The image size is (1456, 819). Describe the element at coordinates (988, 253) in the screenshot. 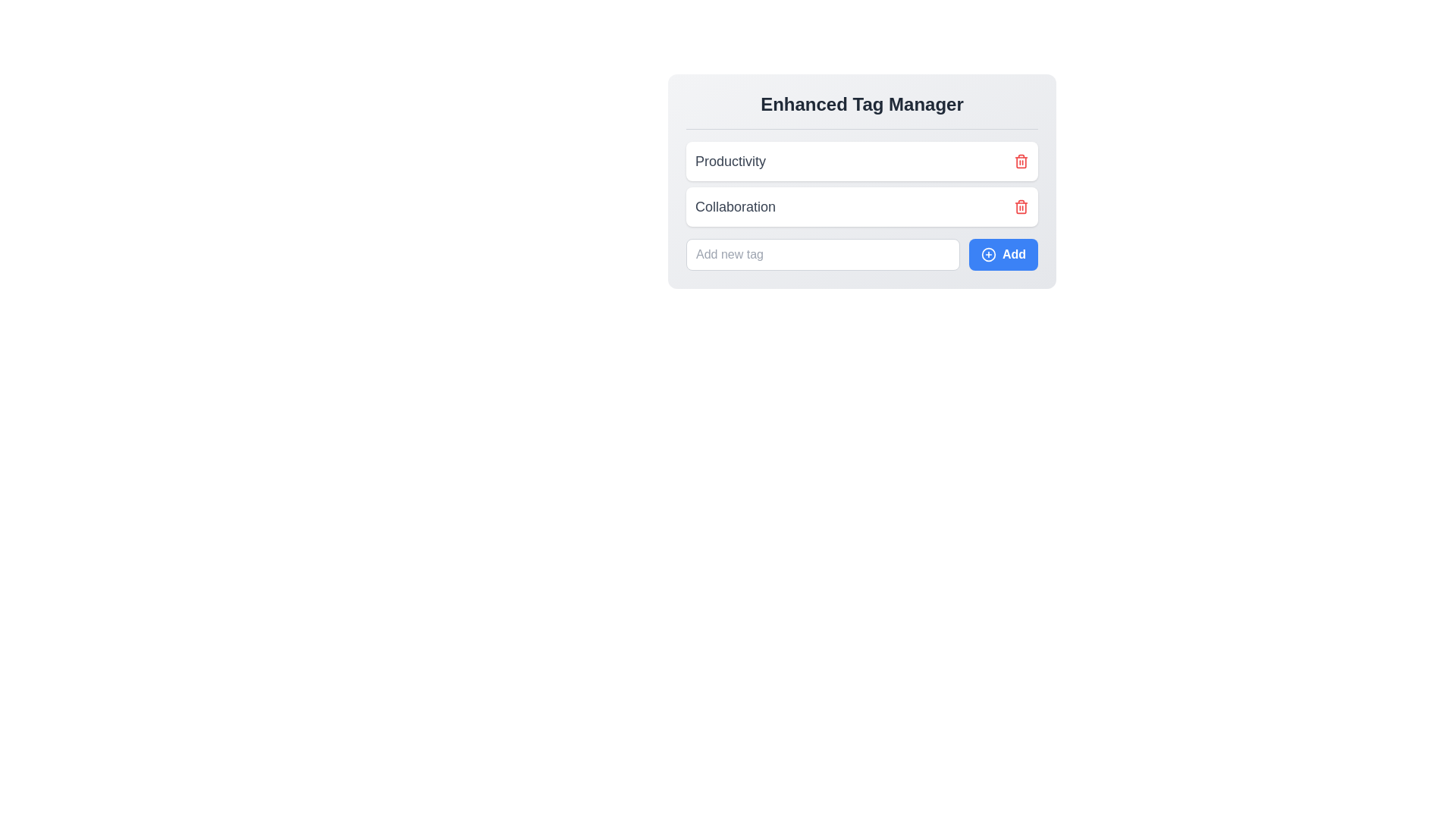

I see `the blue circular icon with a white '+' symbol located on the left side of the 'Add' button in the bottom-right corner of the tag manager interface` at that location.